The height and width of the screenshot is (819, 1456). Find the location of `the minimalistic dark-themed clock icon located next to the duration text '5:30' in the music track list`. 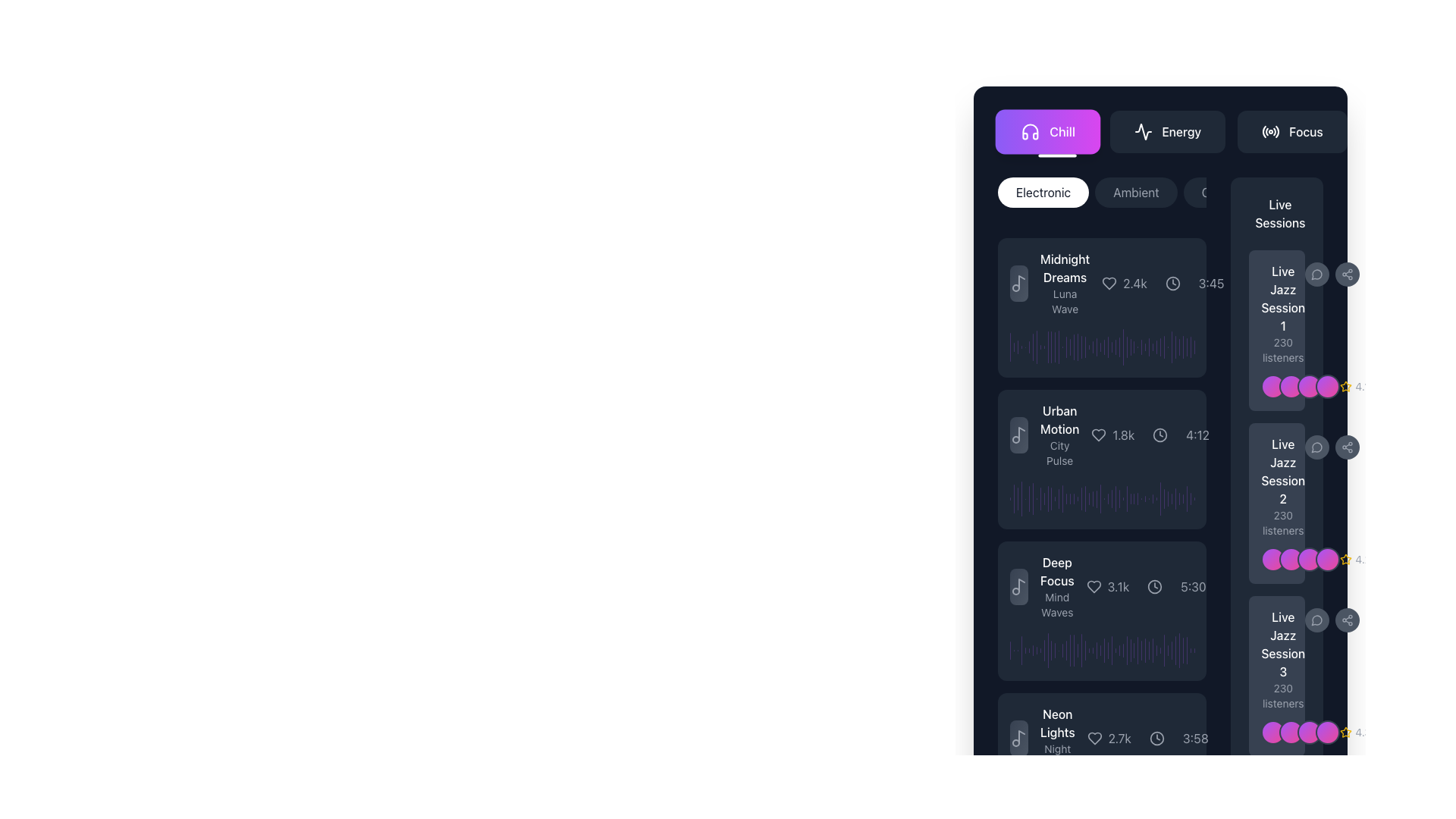

the minimalistic dark-themed clock icon located next to the duration text '5:30' in the music track list is located at coordinates (1154, 586).